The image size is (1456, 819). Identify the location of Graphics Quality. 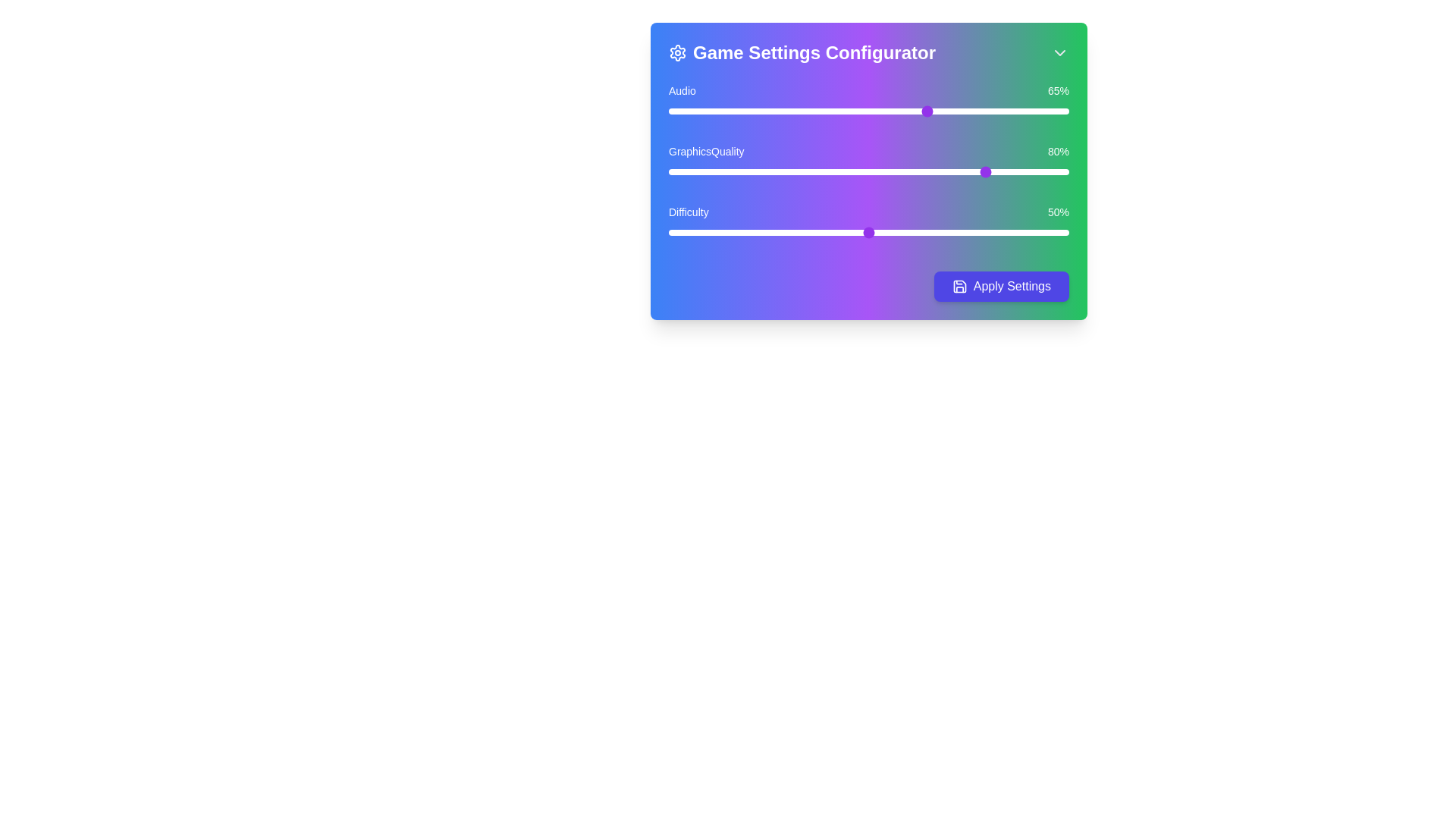
(741, 171).